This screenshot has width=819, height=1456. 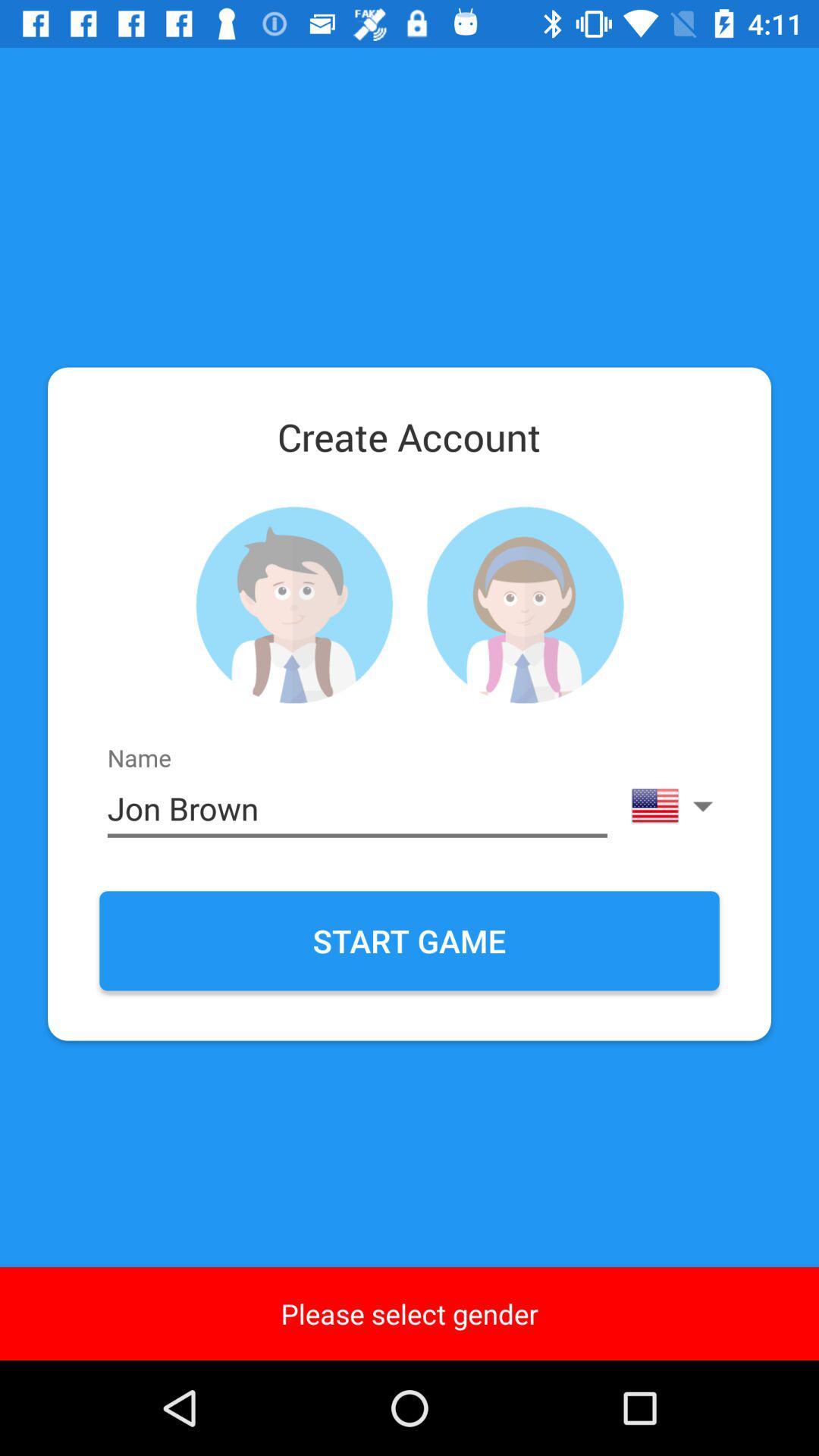 What do you see at coordinates (524, 604) in the screenshot?
I see `female gender selection option` at bounding box center [524, 604].